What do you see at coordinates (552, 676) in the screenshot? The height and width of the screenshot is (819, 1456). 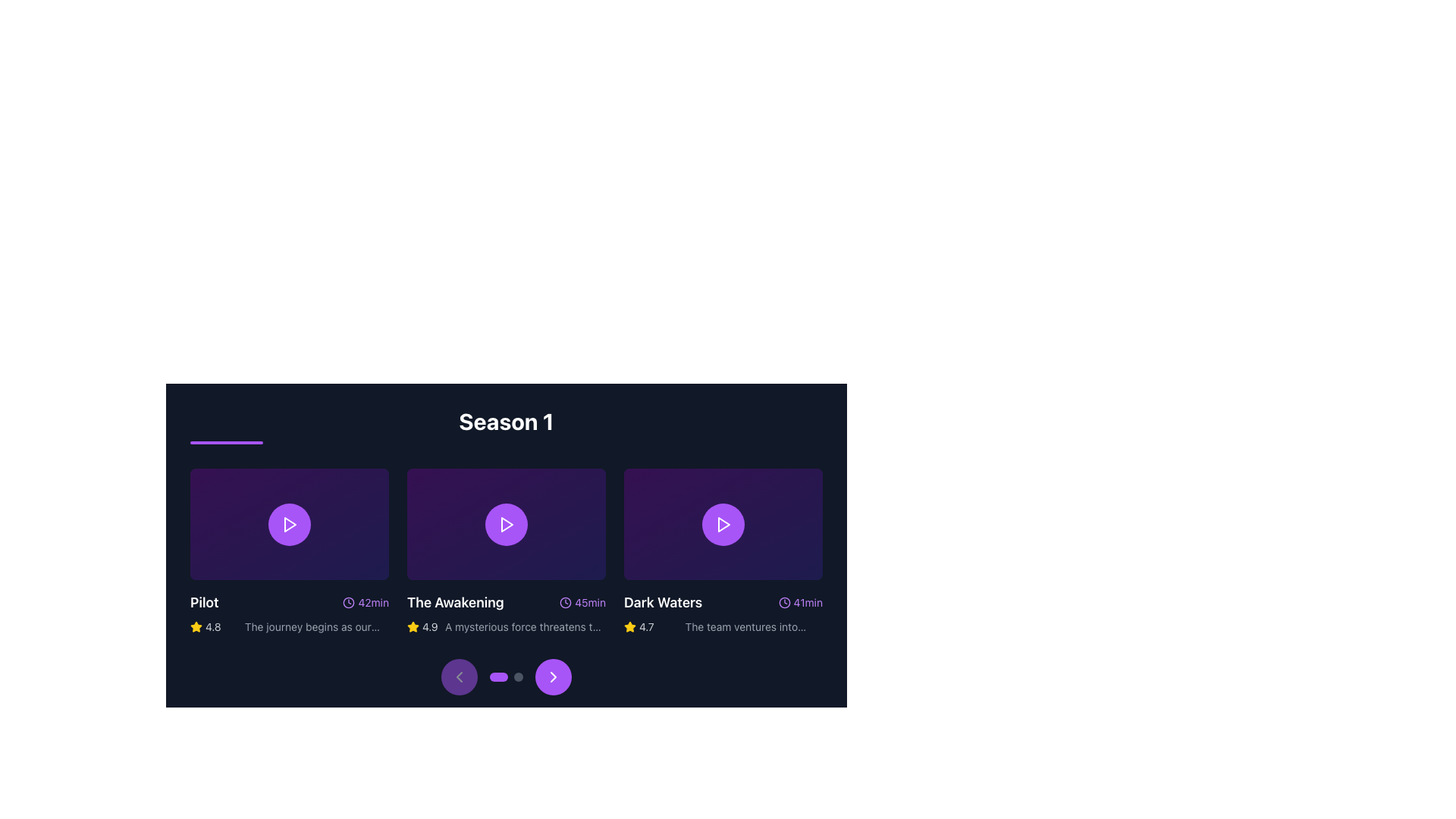 I see `the button located at the bottom-right of the navigation control area under a list of video thumbnails` at bounding box center [552, 676].